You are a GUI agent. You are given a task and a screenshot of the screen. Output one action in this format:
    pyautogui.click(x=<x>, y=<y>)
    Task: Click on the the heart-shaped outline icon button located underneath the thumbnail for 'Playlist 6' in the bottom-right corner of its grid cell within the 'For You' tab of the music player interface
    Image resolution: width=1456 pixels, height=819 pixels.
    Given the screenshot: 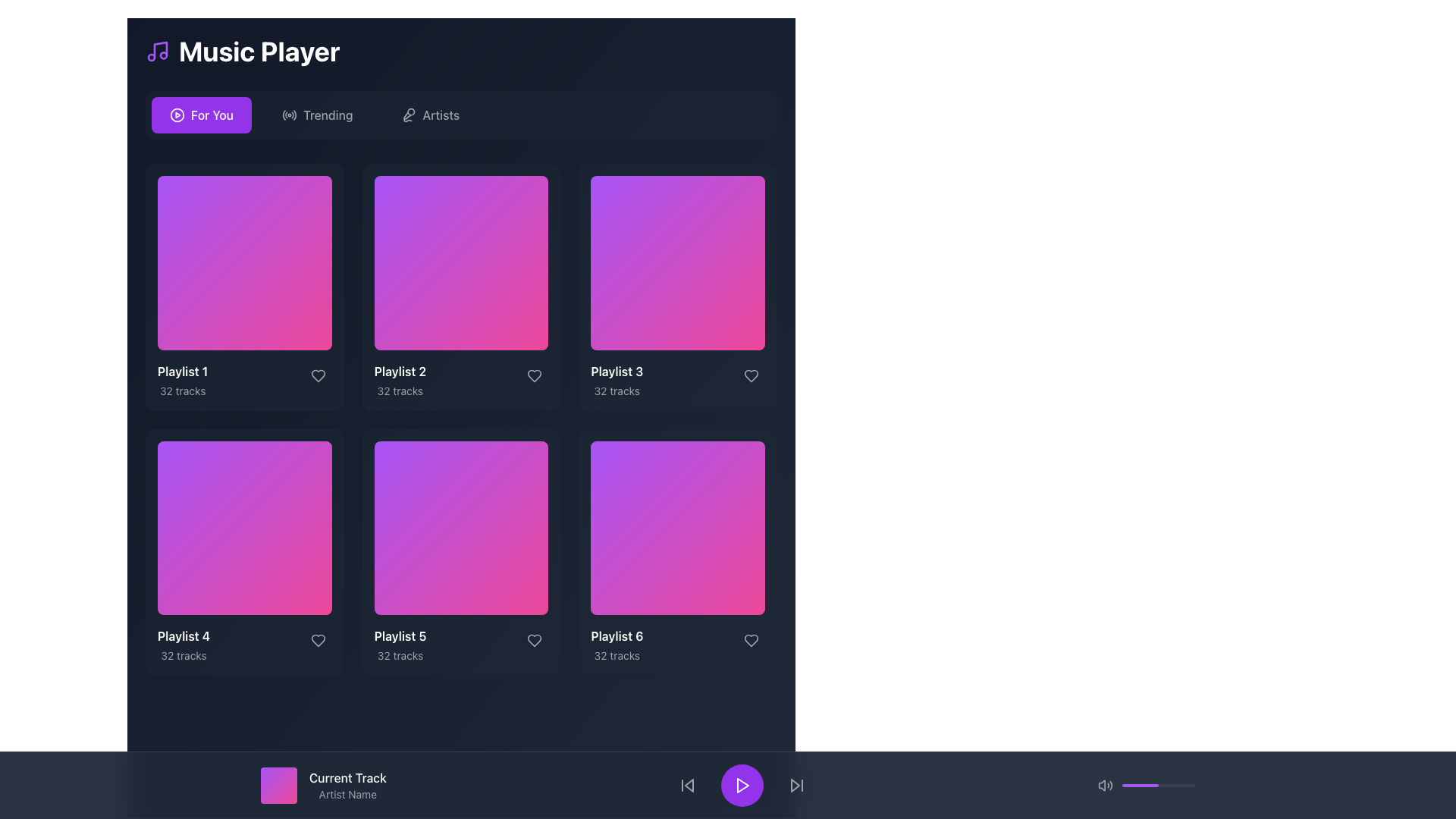 What is the action you would take?
    pyautogui.click(x=751, y=641)
    